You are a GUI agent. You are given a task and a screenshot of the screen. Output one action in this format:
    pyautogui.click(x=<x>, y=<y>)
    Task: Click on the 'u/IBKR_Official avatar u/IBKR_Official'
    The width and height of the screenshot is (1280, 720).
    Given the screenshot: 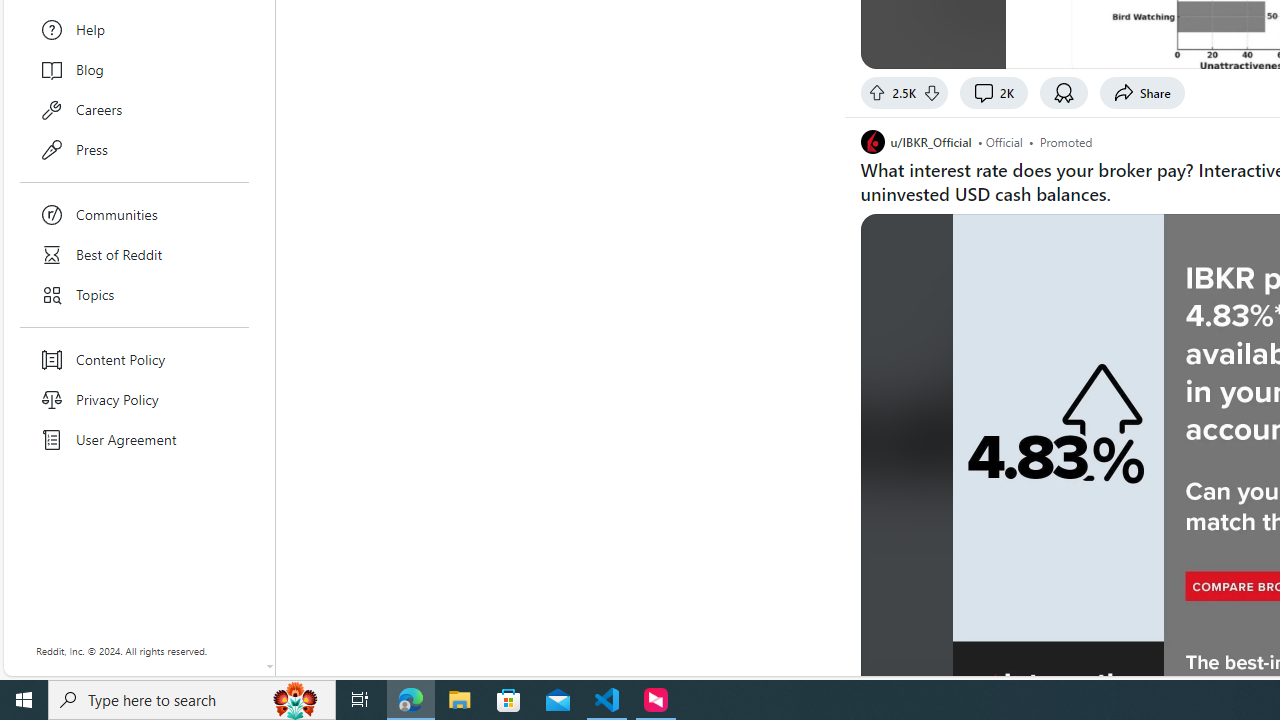 What is the action you would take?
    pyautogui.click(x=914, y=140)
    